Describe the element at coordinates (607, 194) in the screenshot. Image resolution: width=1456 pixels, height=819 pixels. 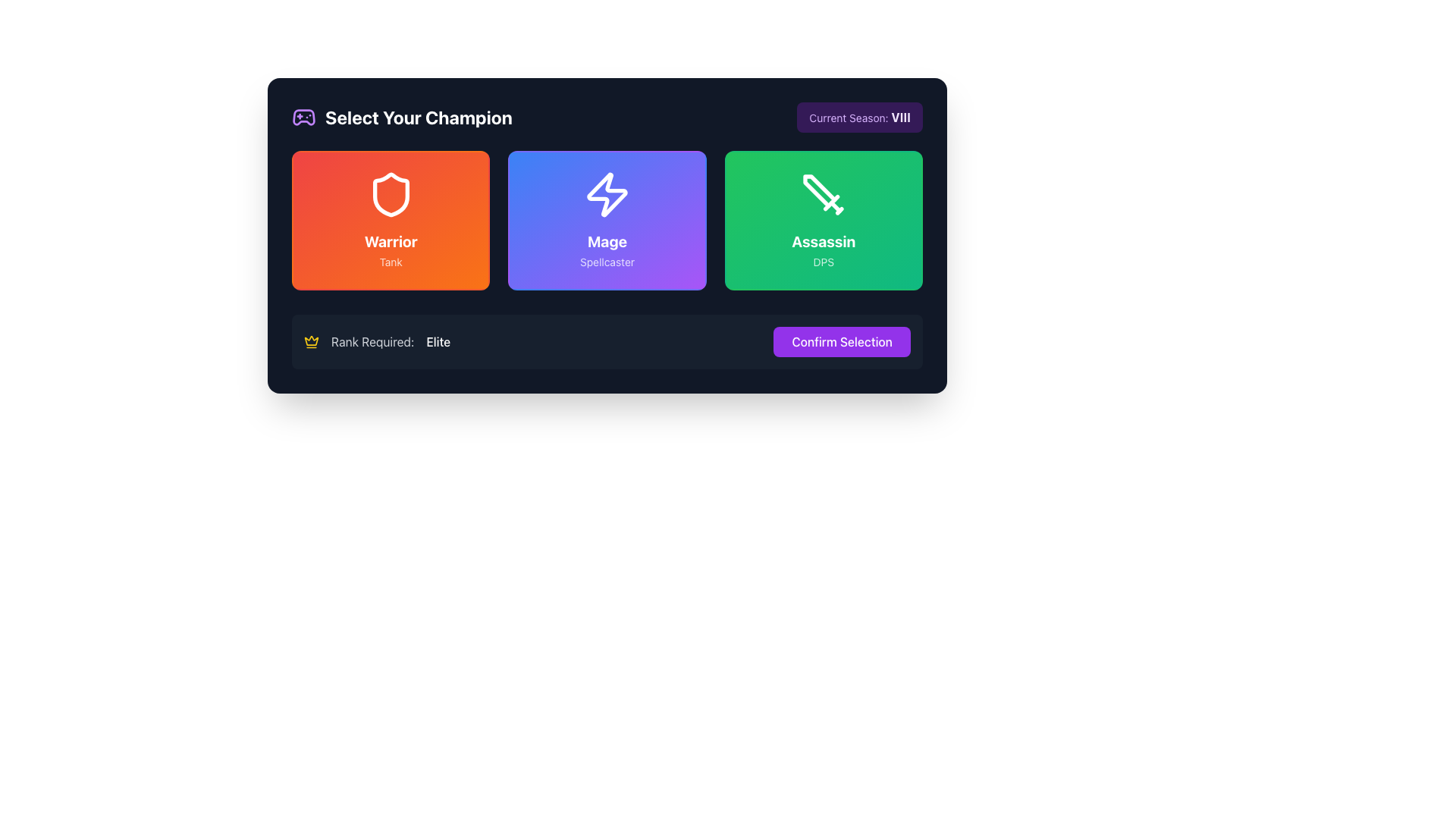
I see `the lightning bolt icon on the Mage card, which is the second option in a horizontal list of class cards` at that location.